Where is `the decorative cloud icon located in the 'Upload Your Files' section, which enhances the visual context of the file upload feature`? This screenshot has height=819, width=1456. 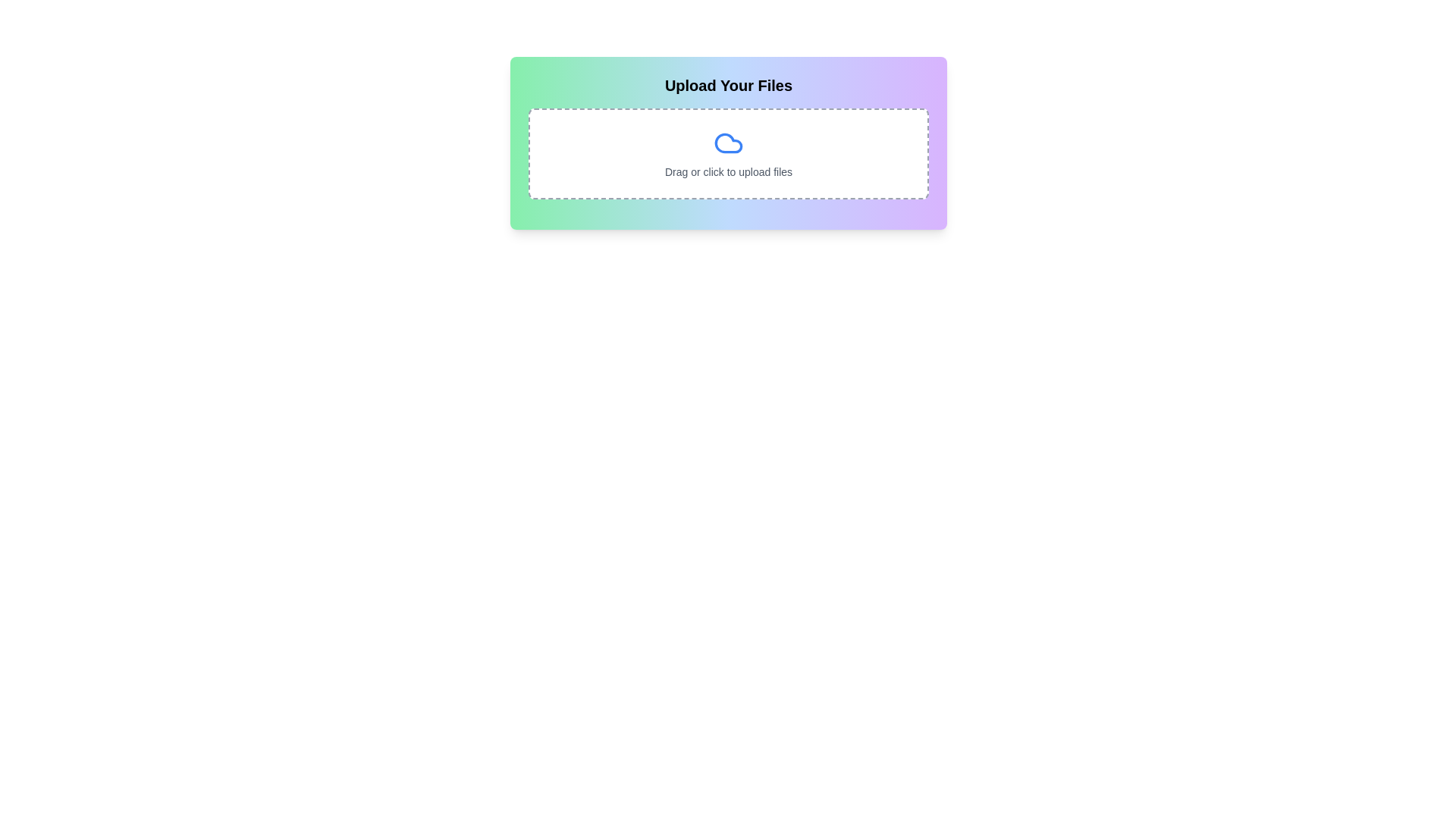
the decorative cloud icon located in the 'Upload Your Files' section, which enhances the visual context of the file upload feature is located at coordinates (728, 143).